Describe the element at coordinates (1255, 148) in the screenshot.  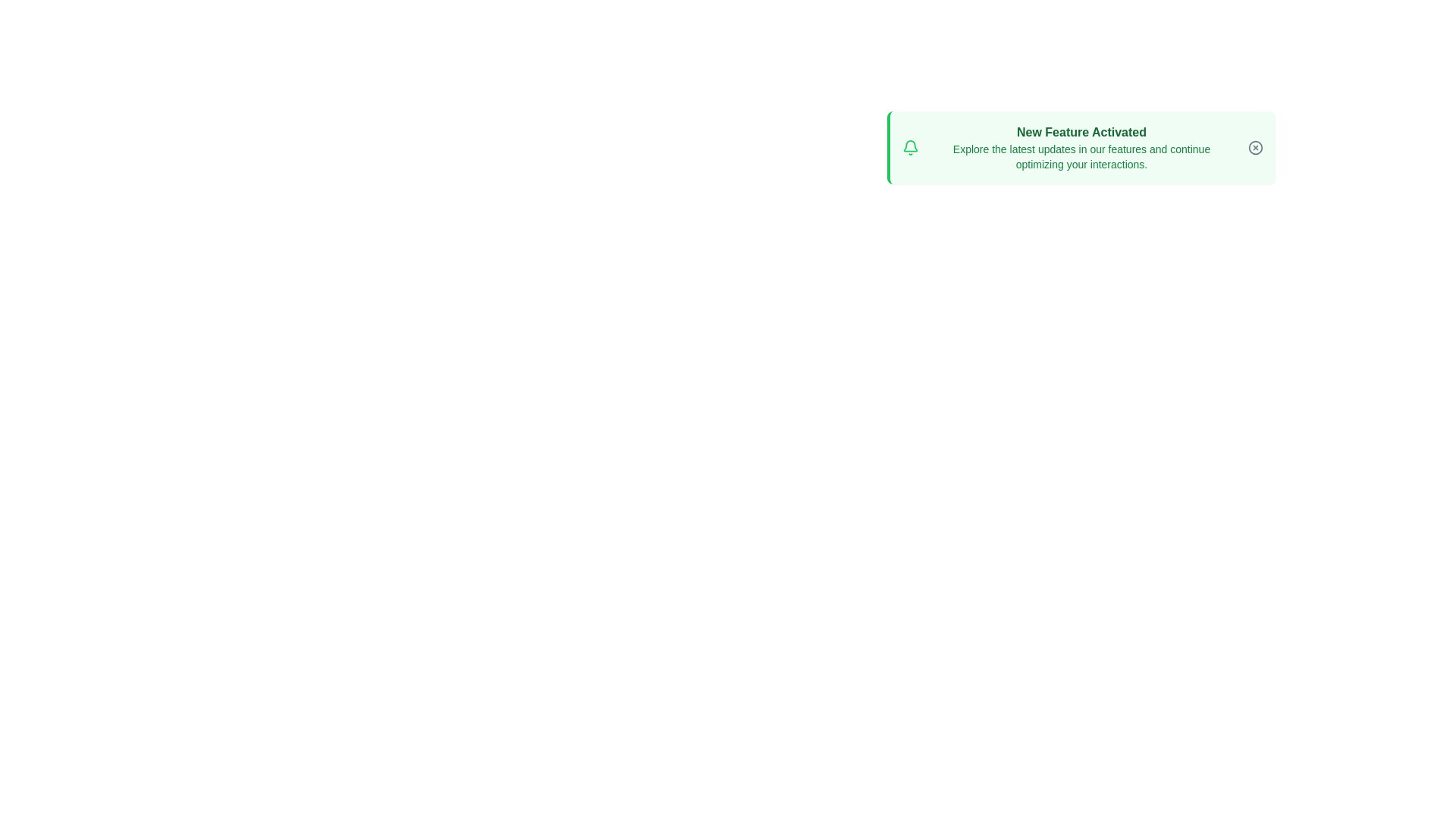
I see `the circular close button icon located in the top-right corner of the notification panel` at that location.